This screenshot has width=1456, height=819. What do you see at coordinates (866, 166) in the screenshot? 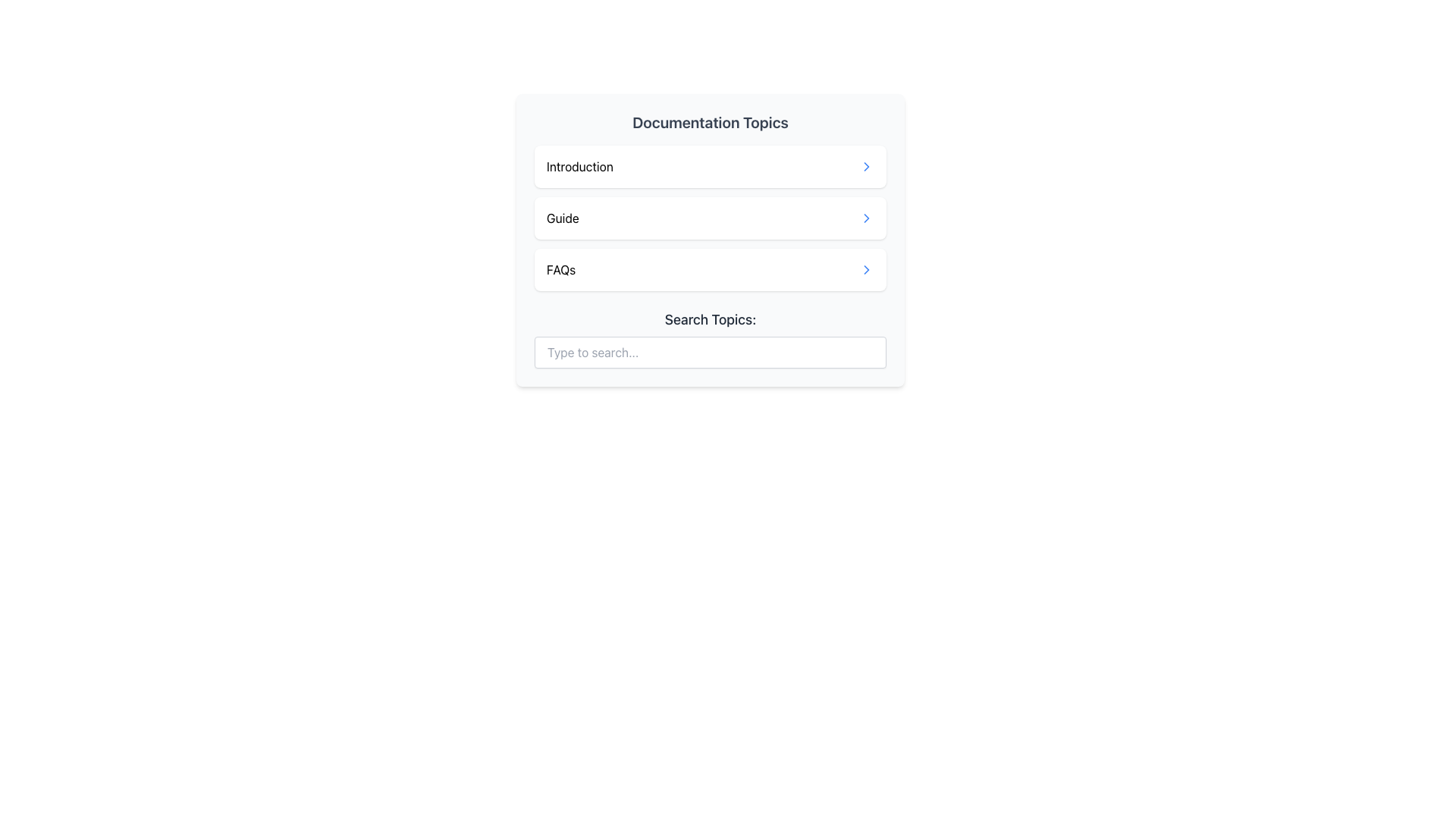
I see `the rightward chevron icon that serves as a visual indicator for the 'Introduction' section in the 'Documentation Topics' interface` at bounding box center [866, 166].